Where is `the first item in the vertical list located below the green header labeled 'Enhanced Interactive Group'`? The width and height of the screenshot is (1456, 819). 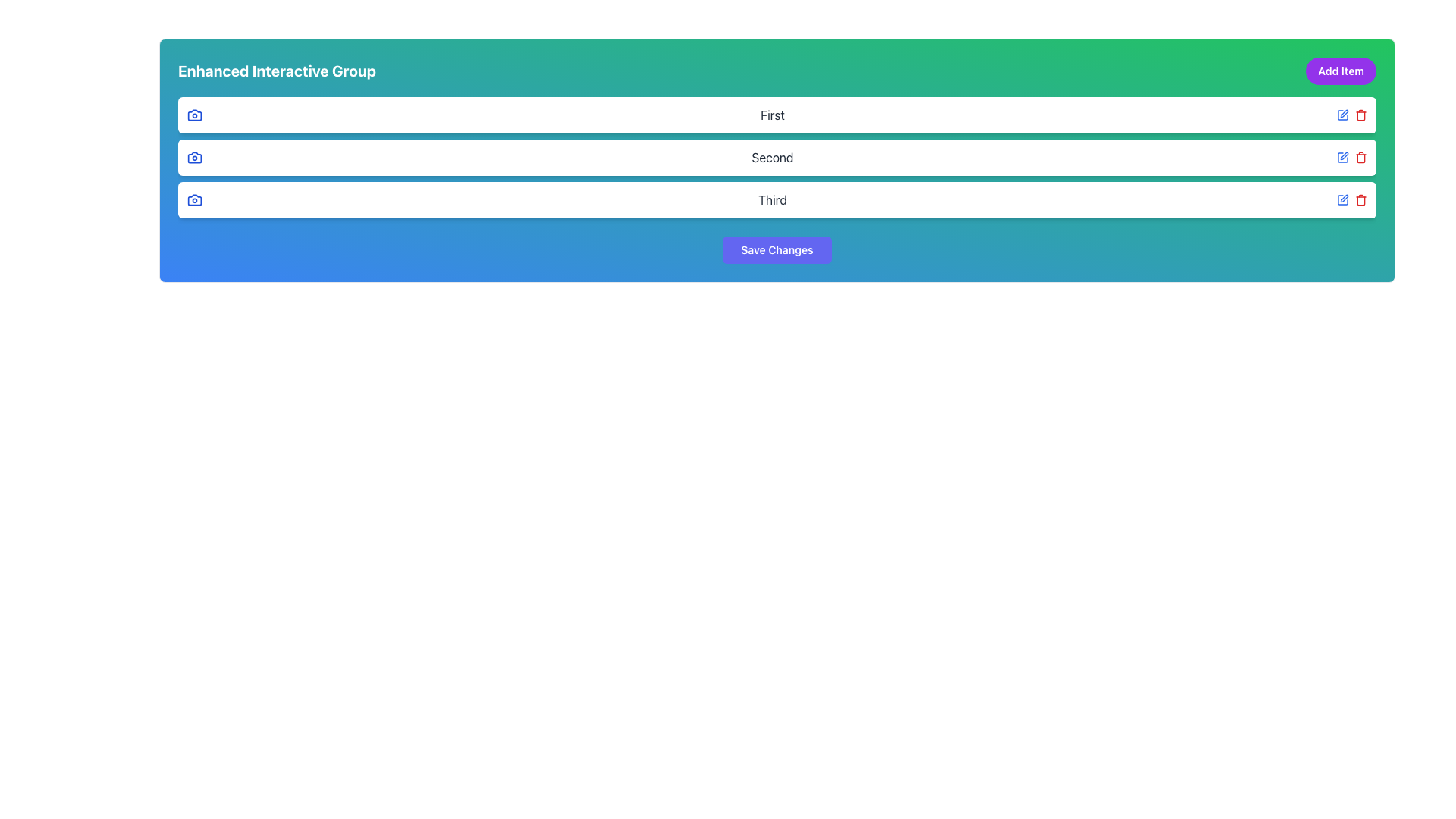 the first item in the vertical list located below the green header labeled 'Enhanced Interactive Group' is located at coordinates (777, 114).